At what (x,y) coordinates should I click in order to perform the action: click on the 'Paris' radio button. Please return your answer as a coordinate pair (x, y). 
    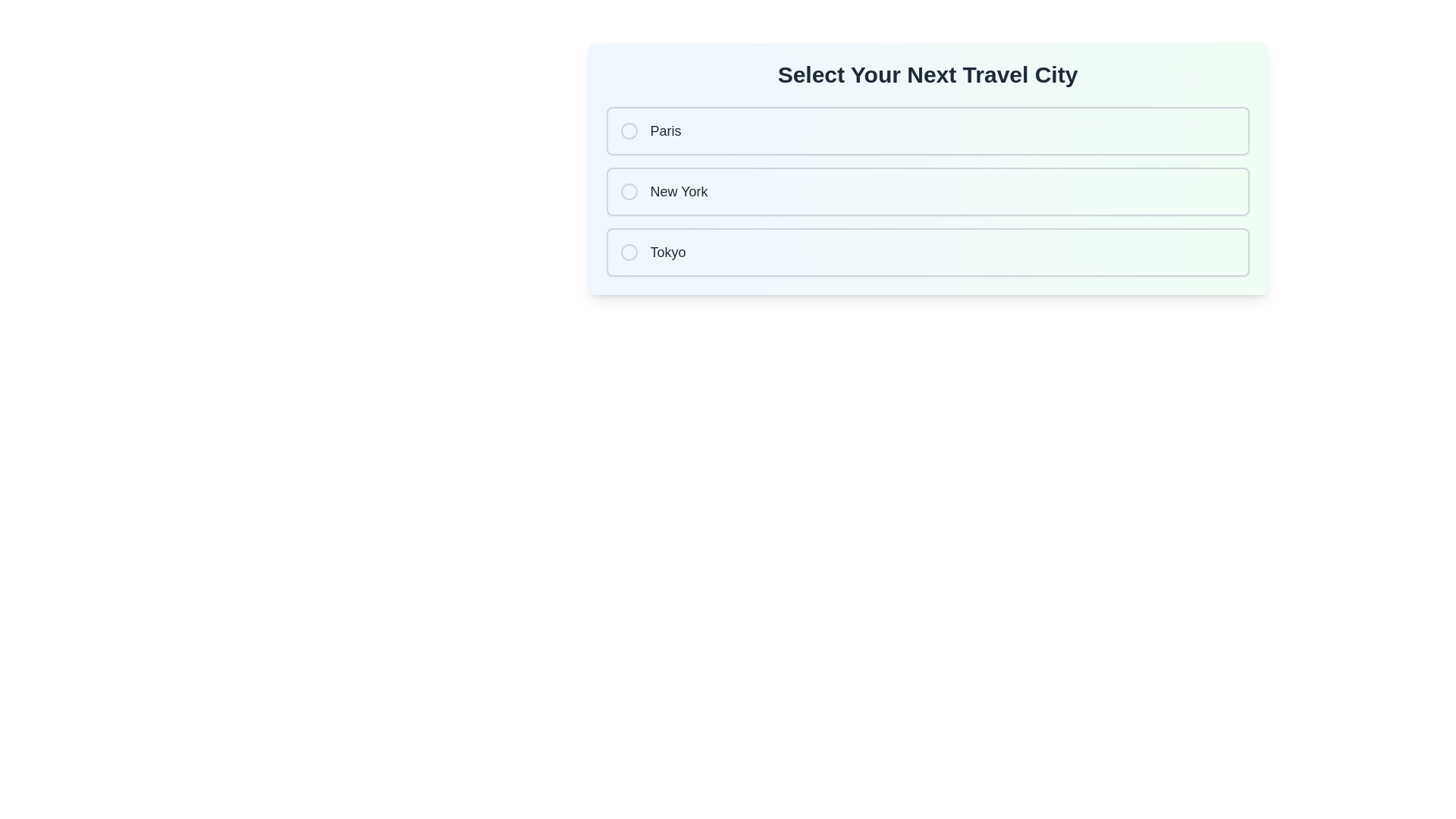
    Looking at the image, I should click on (927, 130).